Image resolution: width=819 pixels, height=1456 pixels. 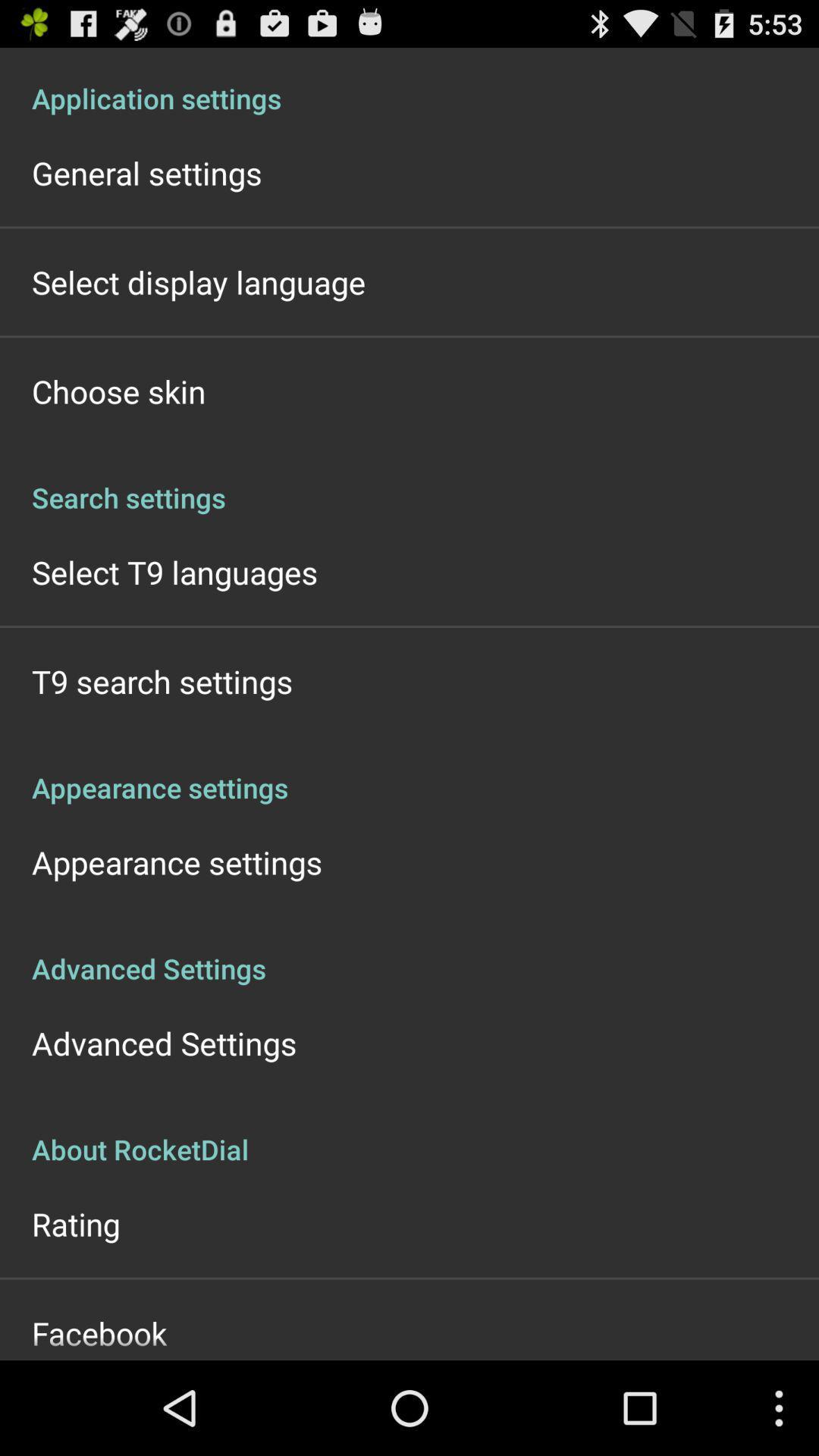 What do you see at coordinates (76, 1223) in the screenshot?
I see `the icon above the facebook item` at bounding box center [76, 1223].